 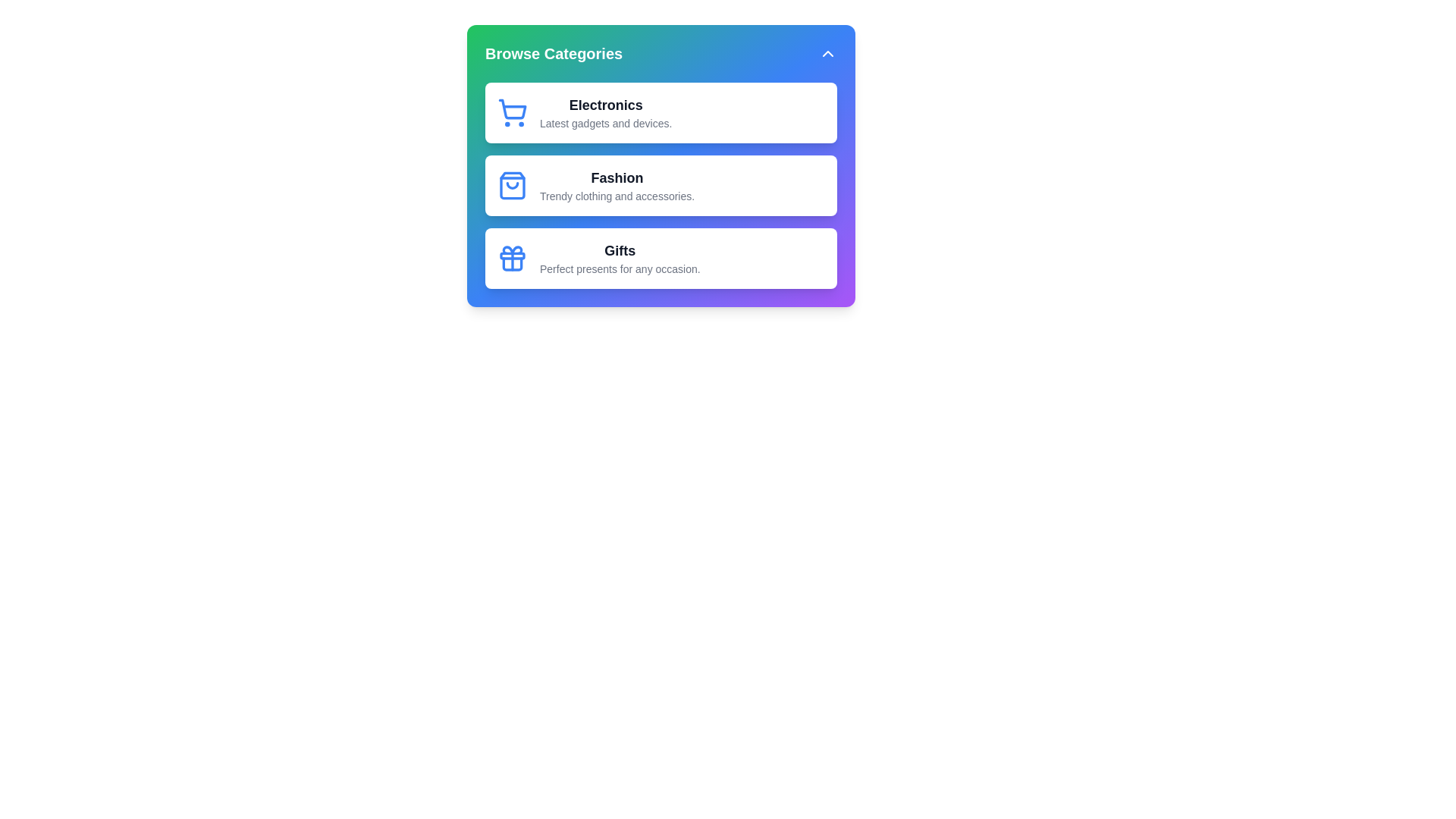 I want to click on the icon for the category Gifts, so click(x=513, y=257).